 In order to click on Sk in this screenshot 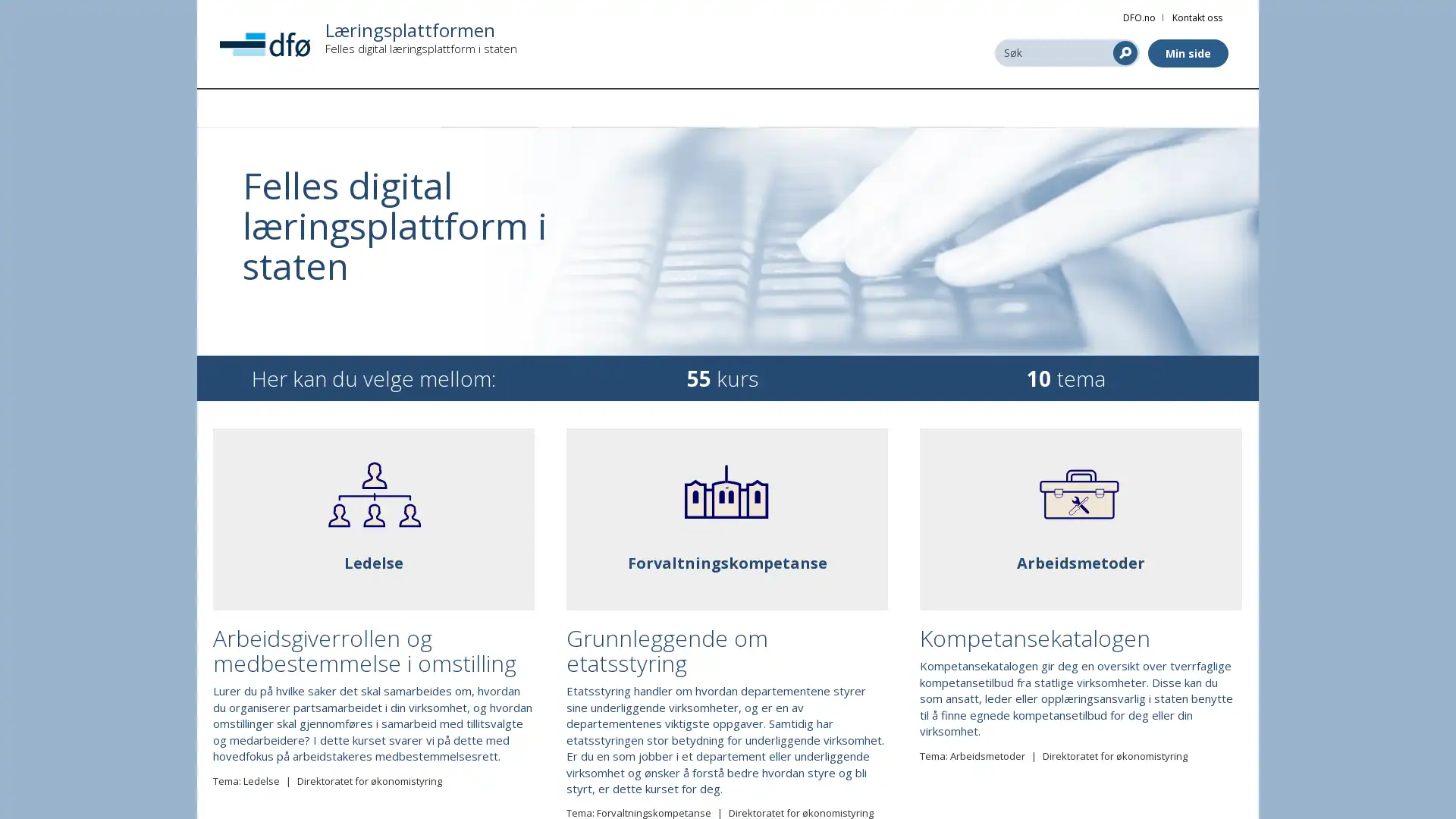, I will do `click(1125, 52)`.